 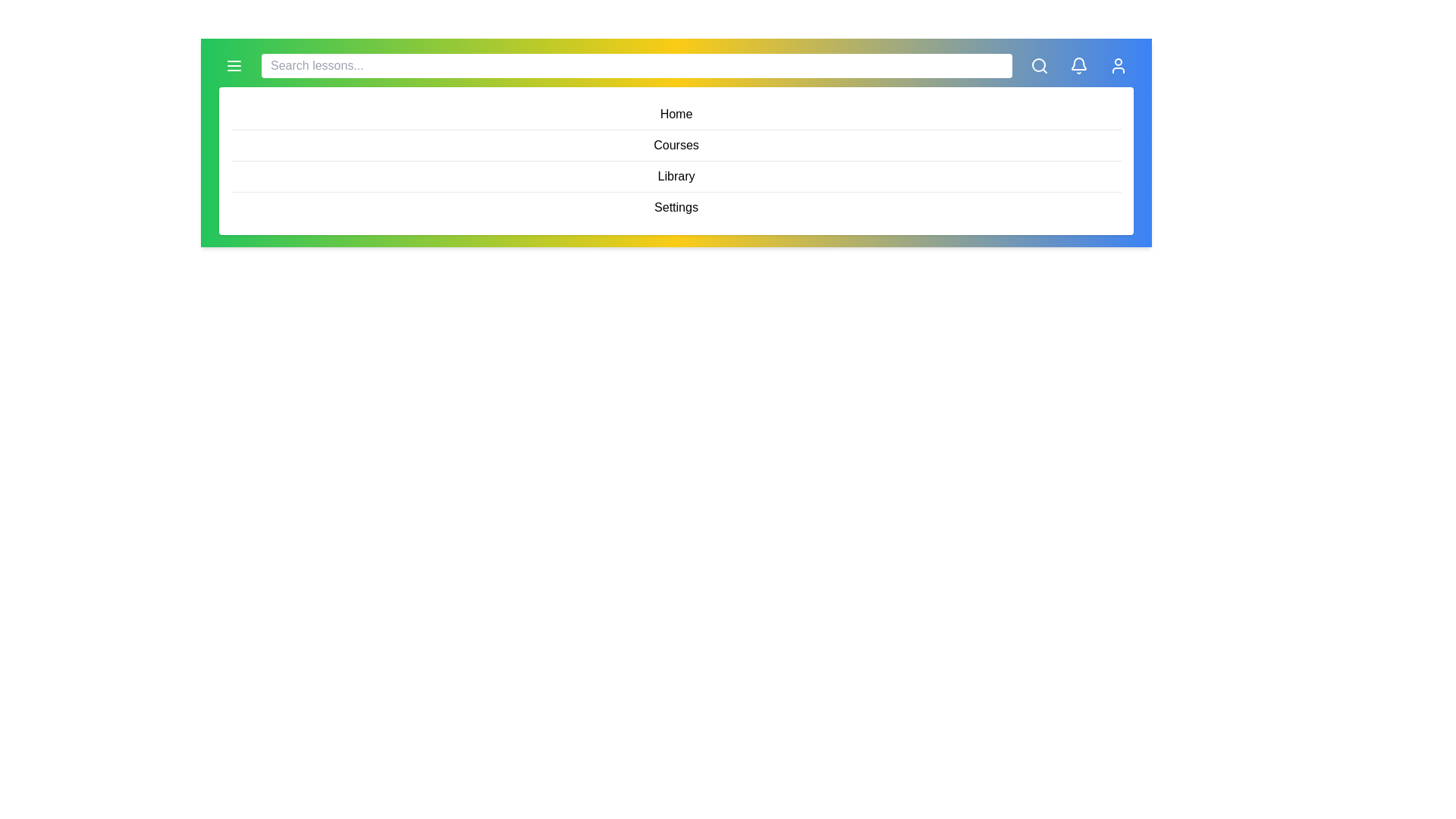 What do you see at coordinates (233, 65) in the screenshot?
I see `menu button to toggle the visibility of the menu` at bounding box center [233, 65].